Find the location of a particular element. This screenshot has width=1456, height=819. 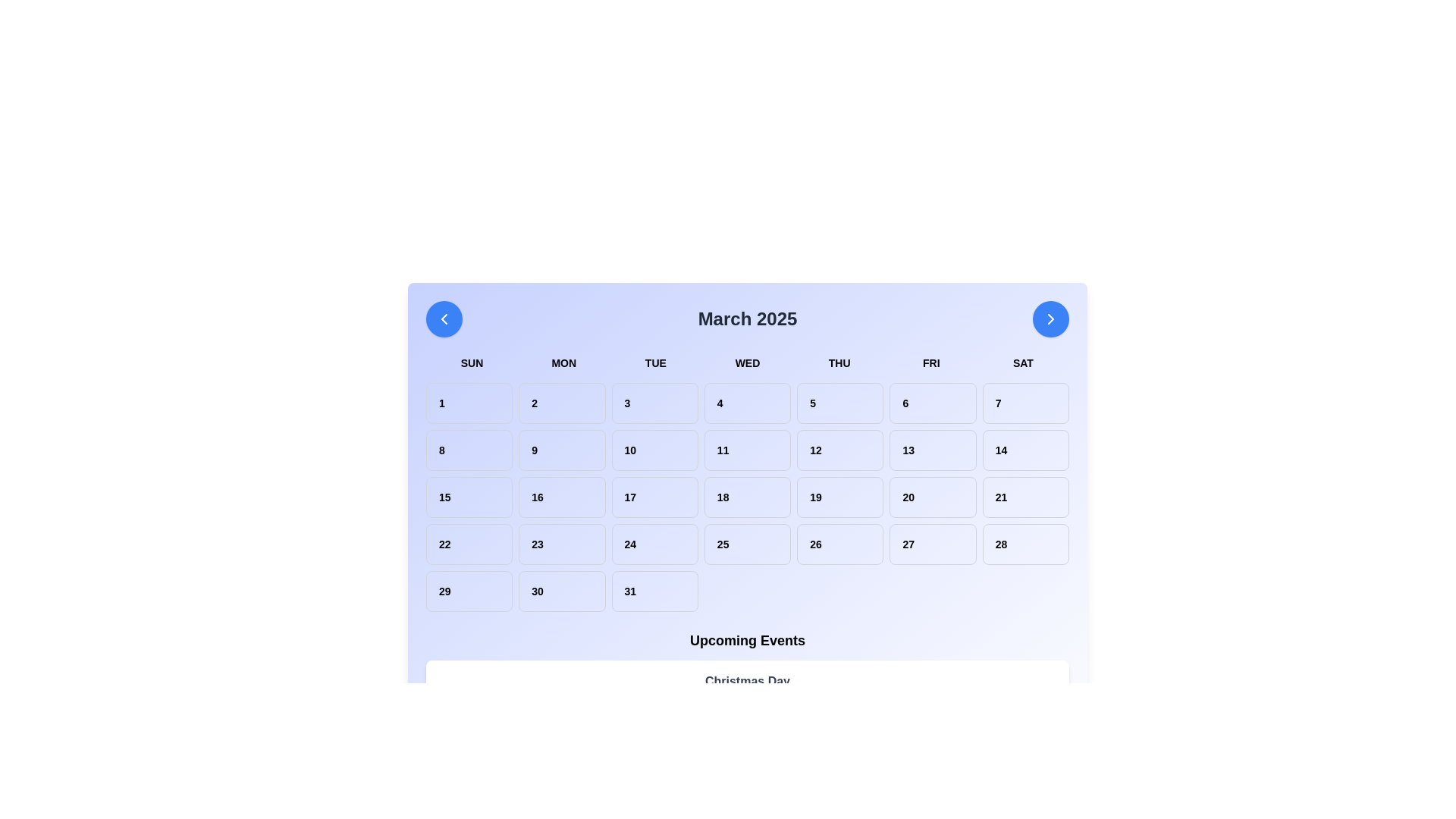

the navigation button with a chevron icon located at the far left of the interface, embedded within a circular blue button, by is located at coordinates (443, 318).